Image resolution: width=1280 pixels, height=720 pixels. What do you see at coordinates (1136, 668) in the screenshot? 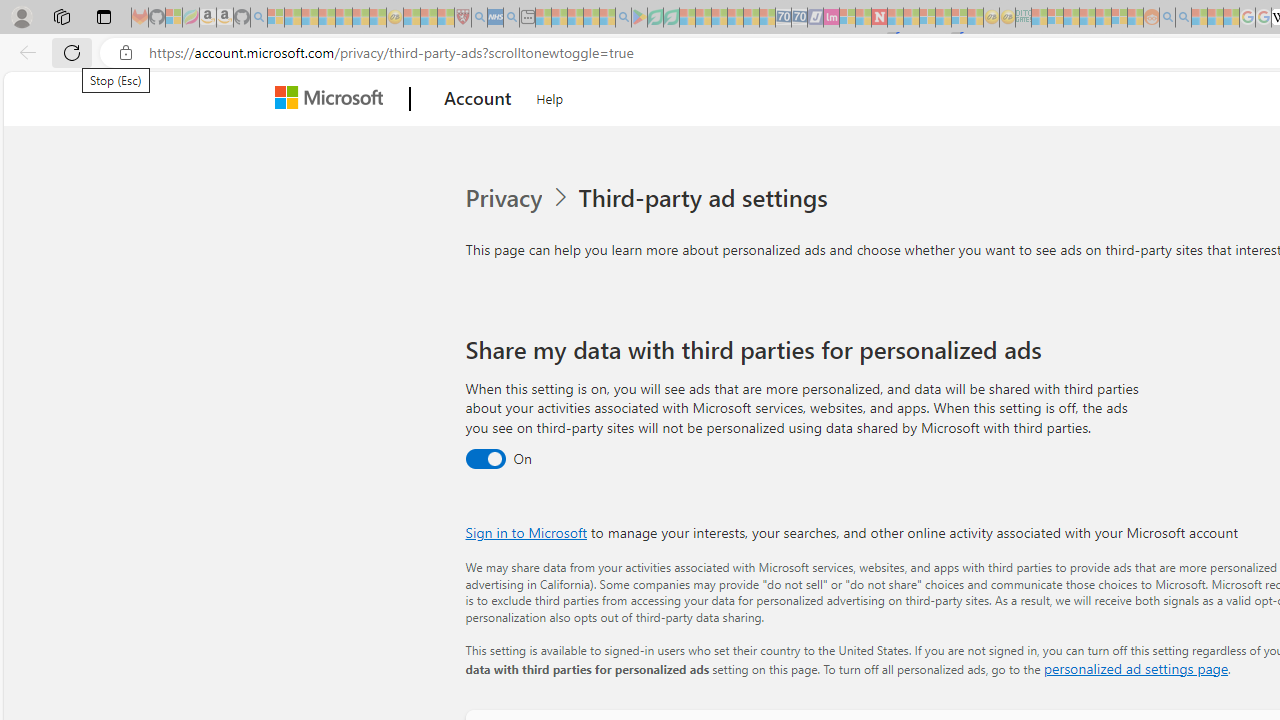
I see `'personalized ad settings page'` at bounding box center [1136, 668].